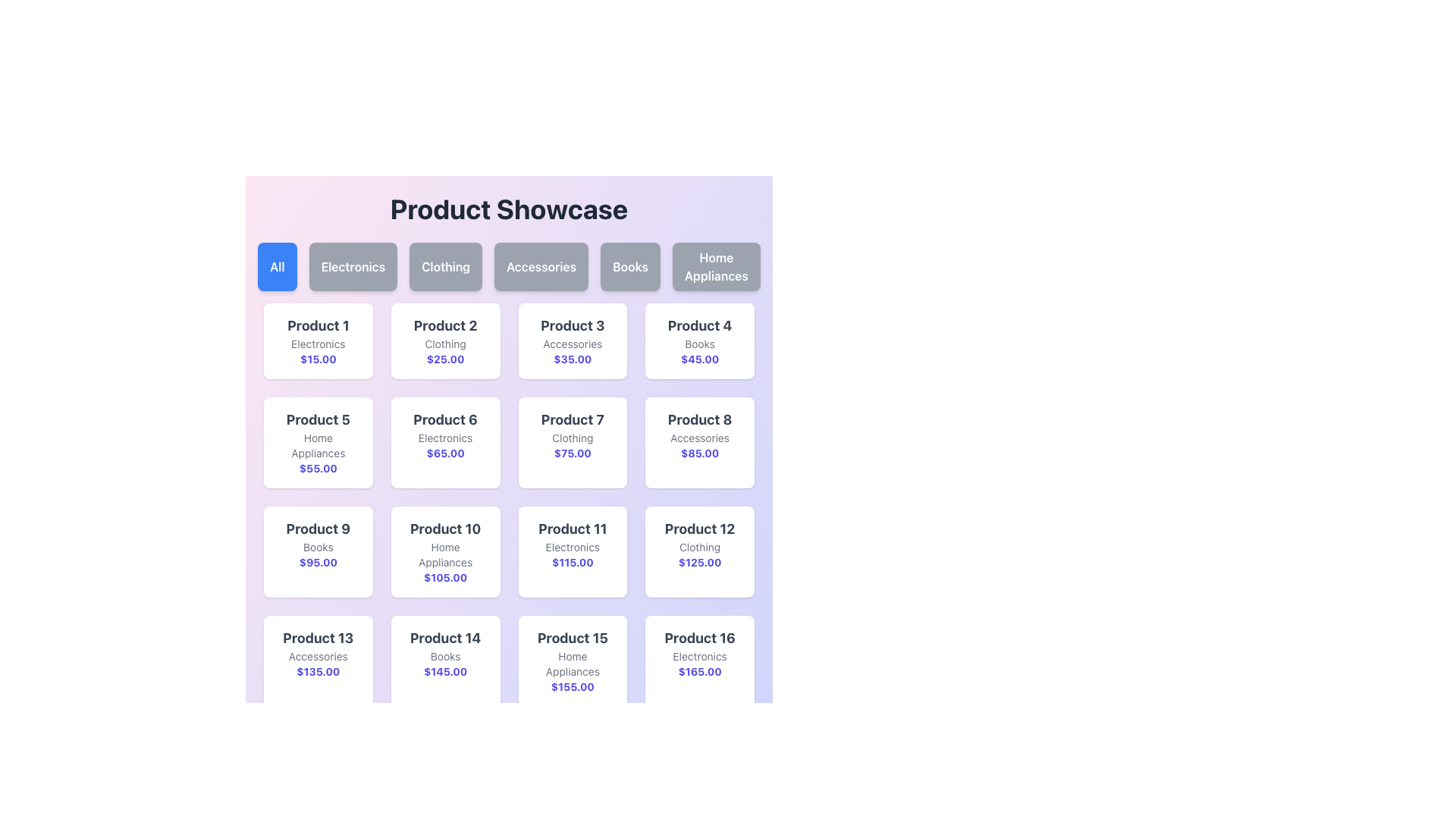  I want to click on the product display card located in the leftmost column of the third row in the product showcase grid, which provides information about a specific product including its name, category, and price, so click(317, 552).